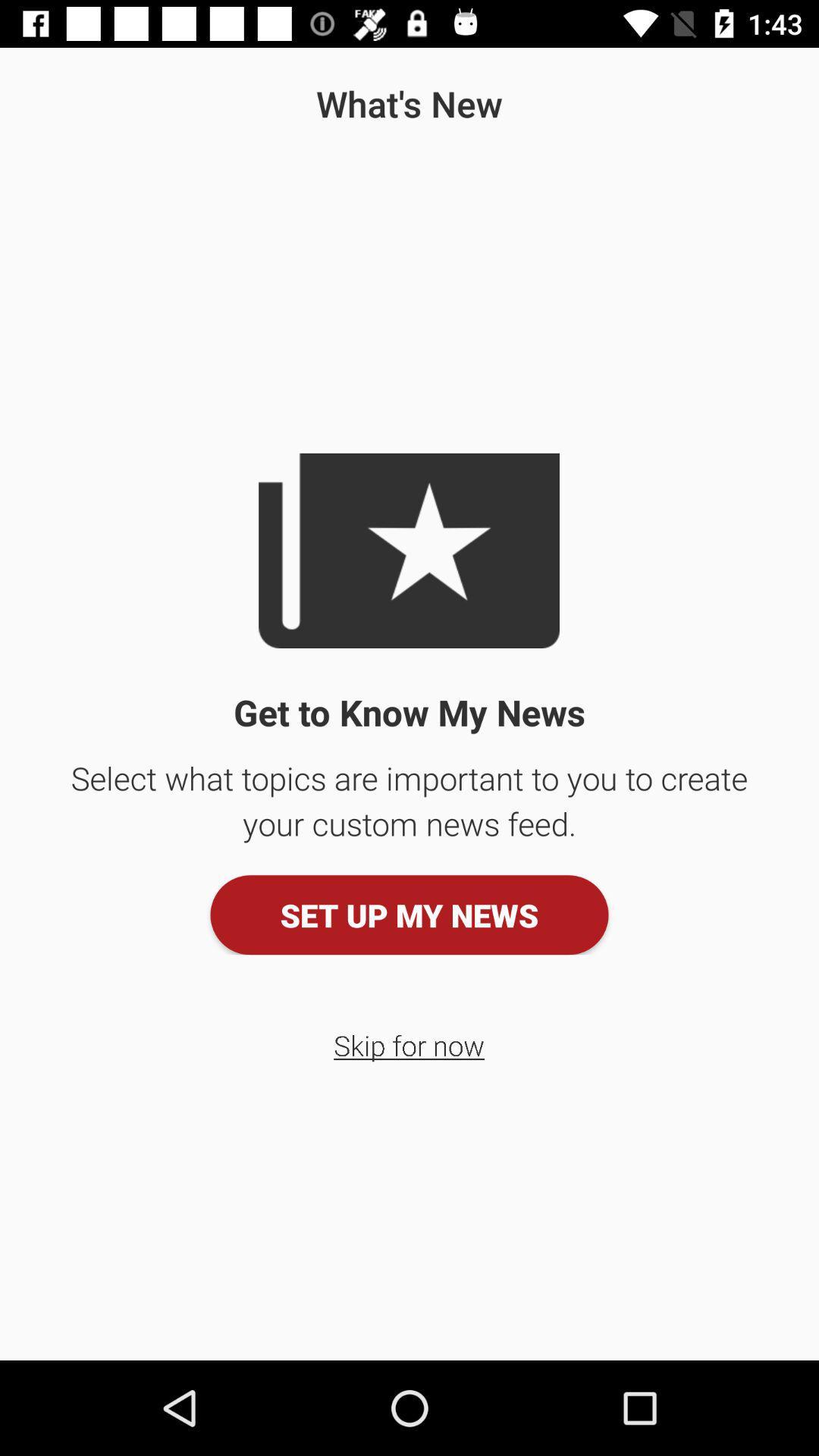  I want to click on the skip for now app, so click(408, 1044).